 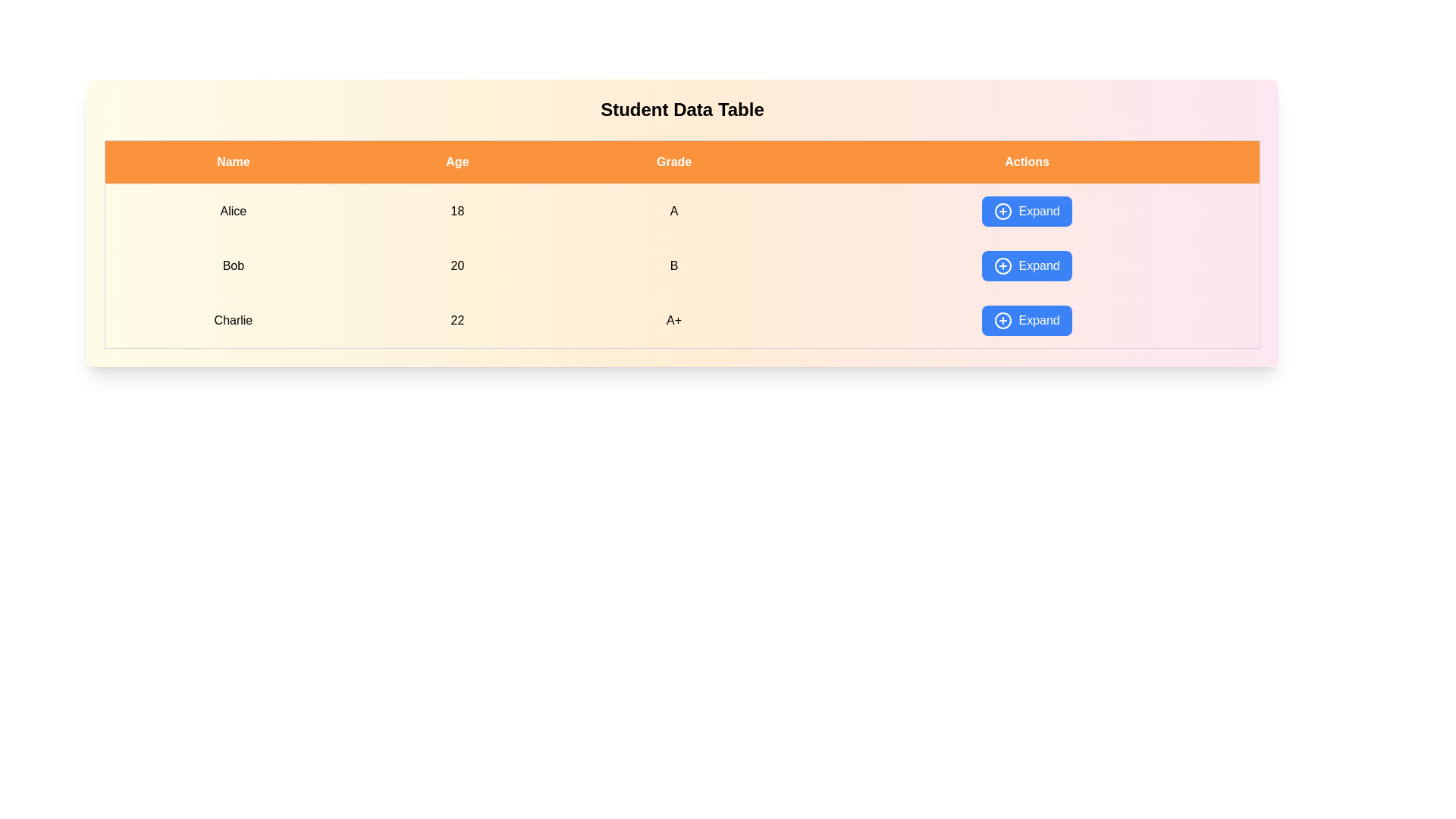 I want to click on the second 'Expand' button with white text and a plus icon in the 'Actions' column for the entry 'Bob', so click(x=1027, y=265).